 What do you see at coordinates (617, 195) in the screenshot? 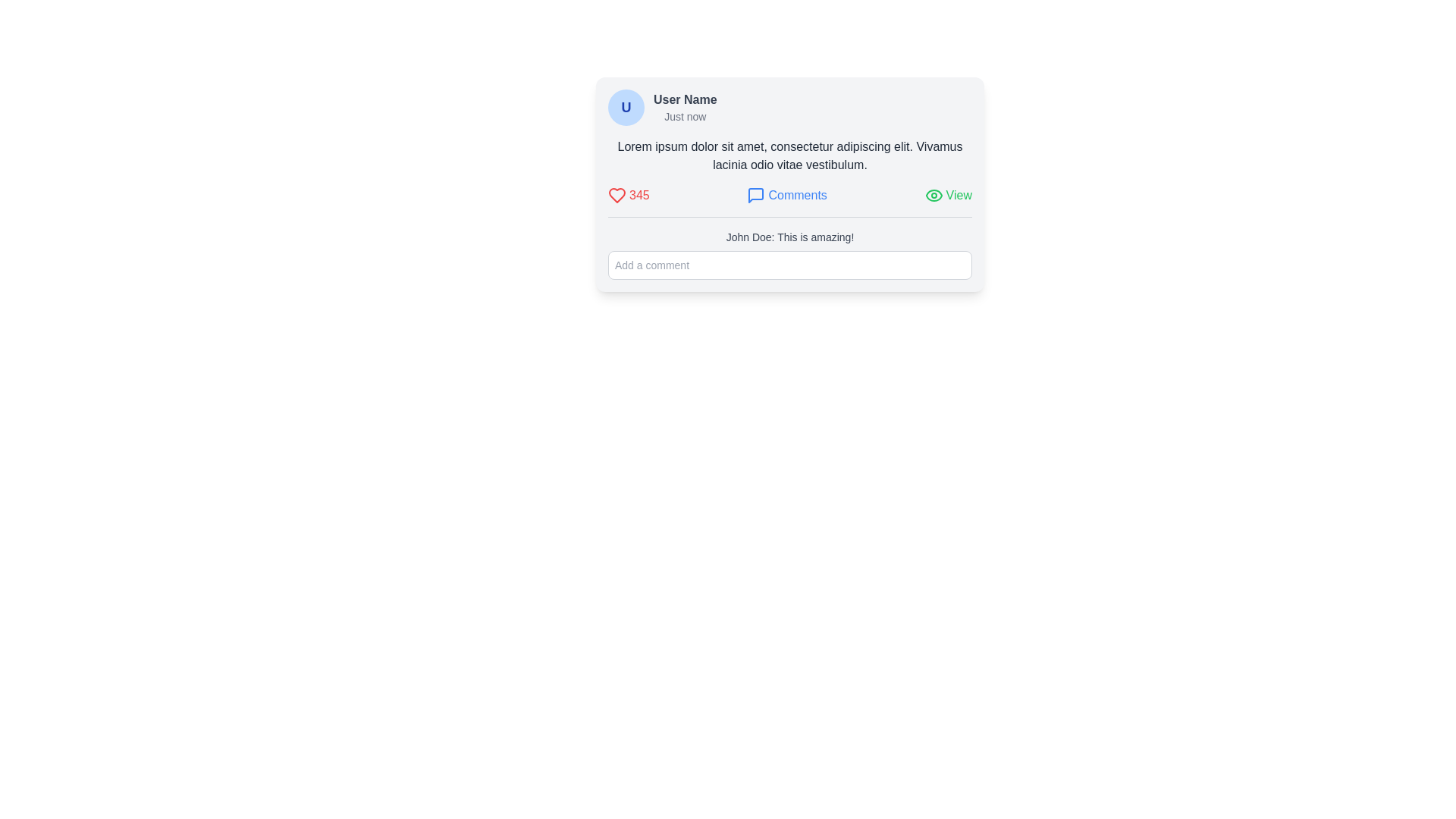
I see `the heart-shaped icon filled with red color located near the number '345' to like or unlike the post` at bounding box center [617, 195].